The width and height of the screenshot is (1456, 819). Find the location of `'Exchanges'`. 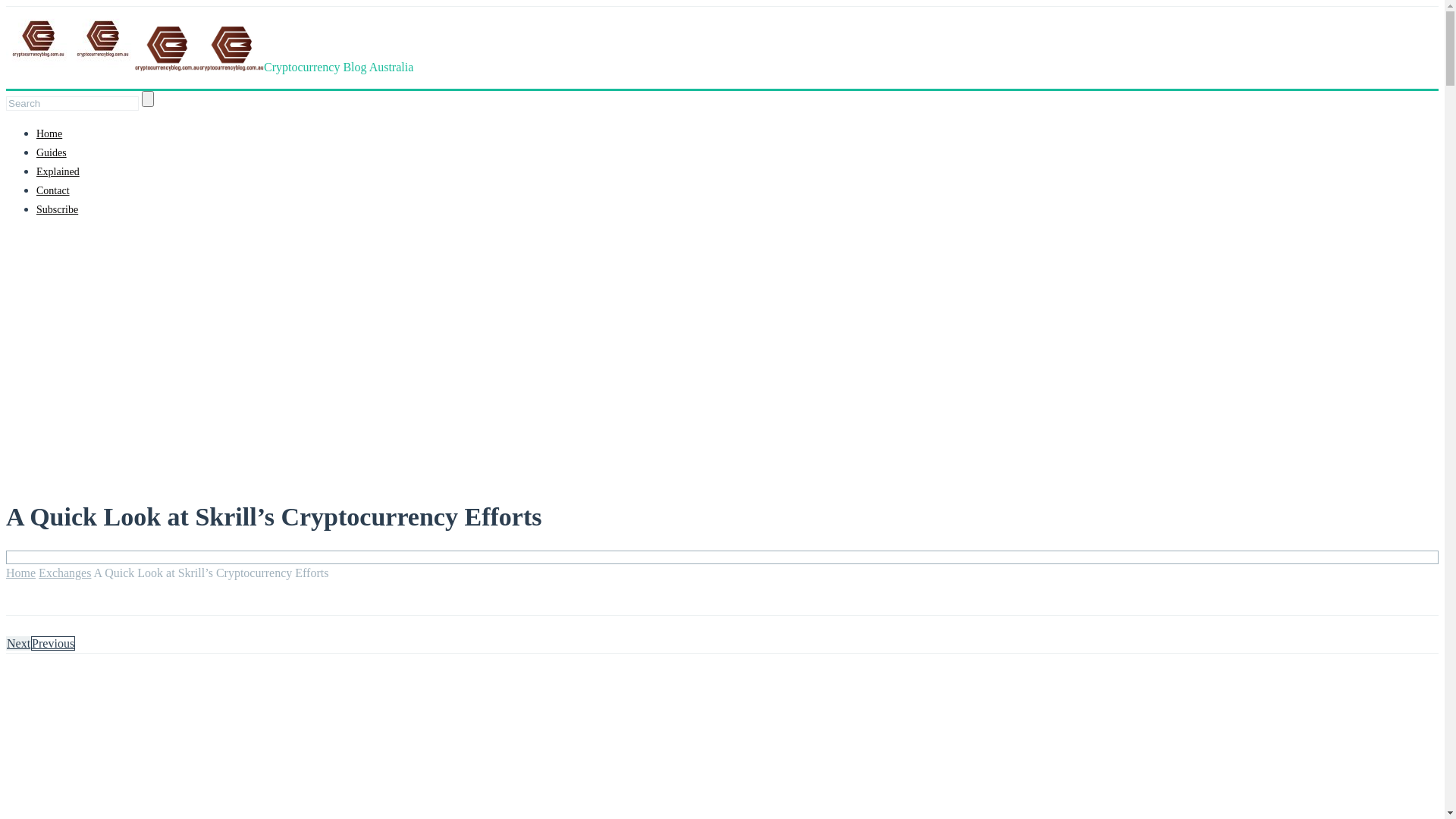

'Exchanges' is located at coordinates (64, 573).